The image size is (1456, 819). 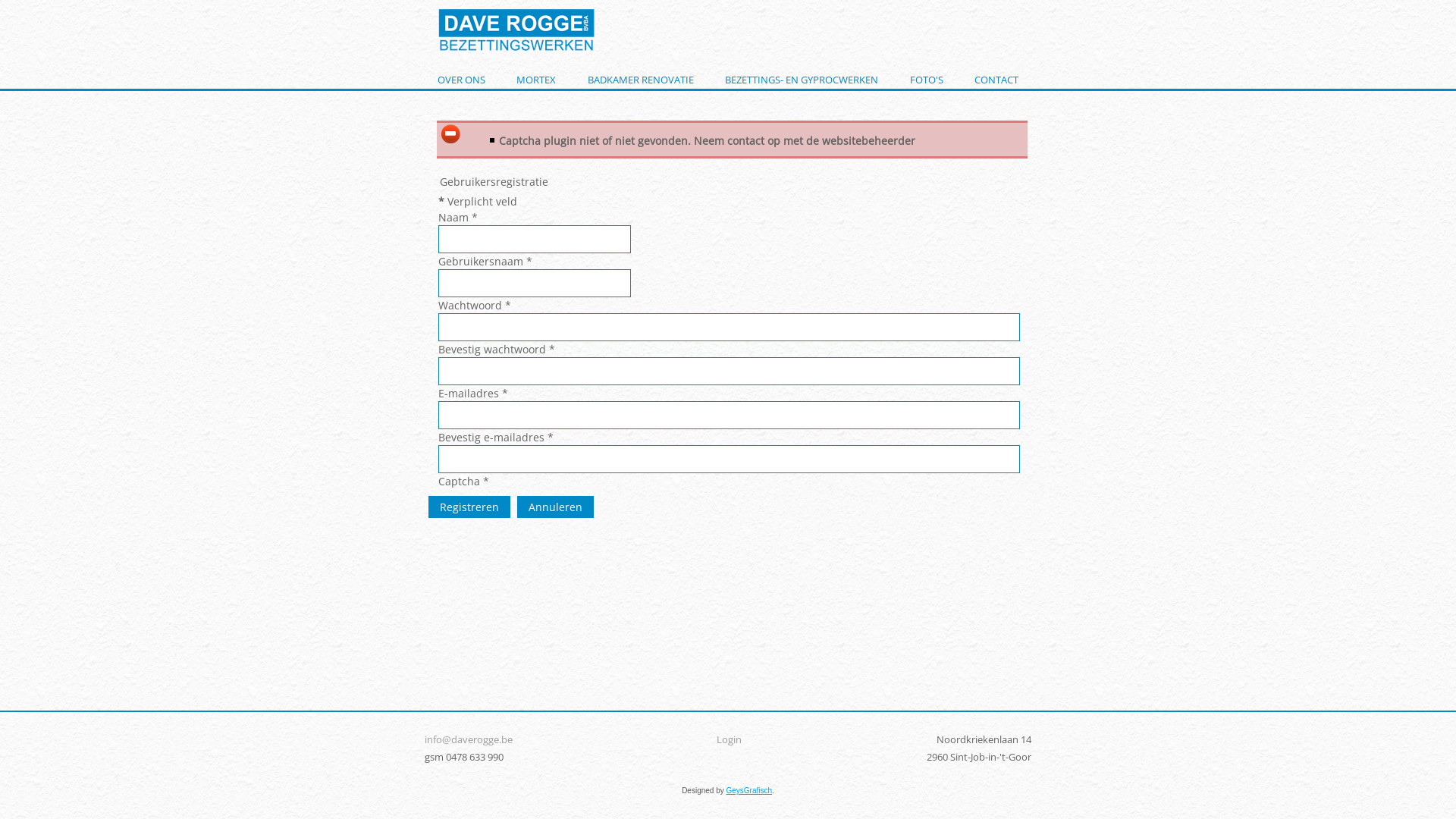 I want to click on 'GeysGrafisch', so click(x=749, y=789).